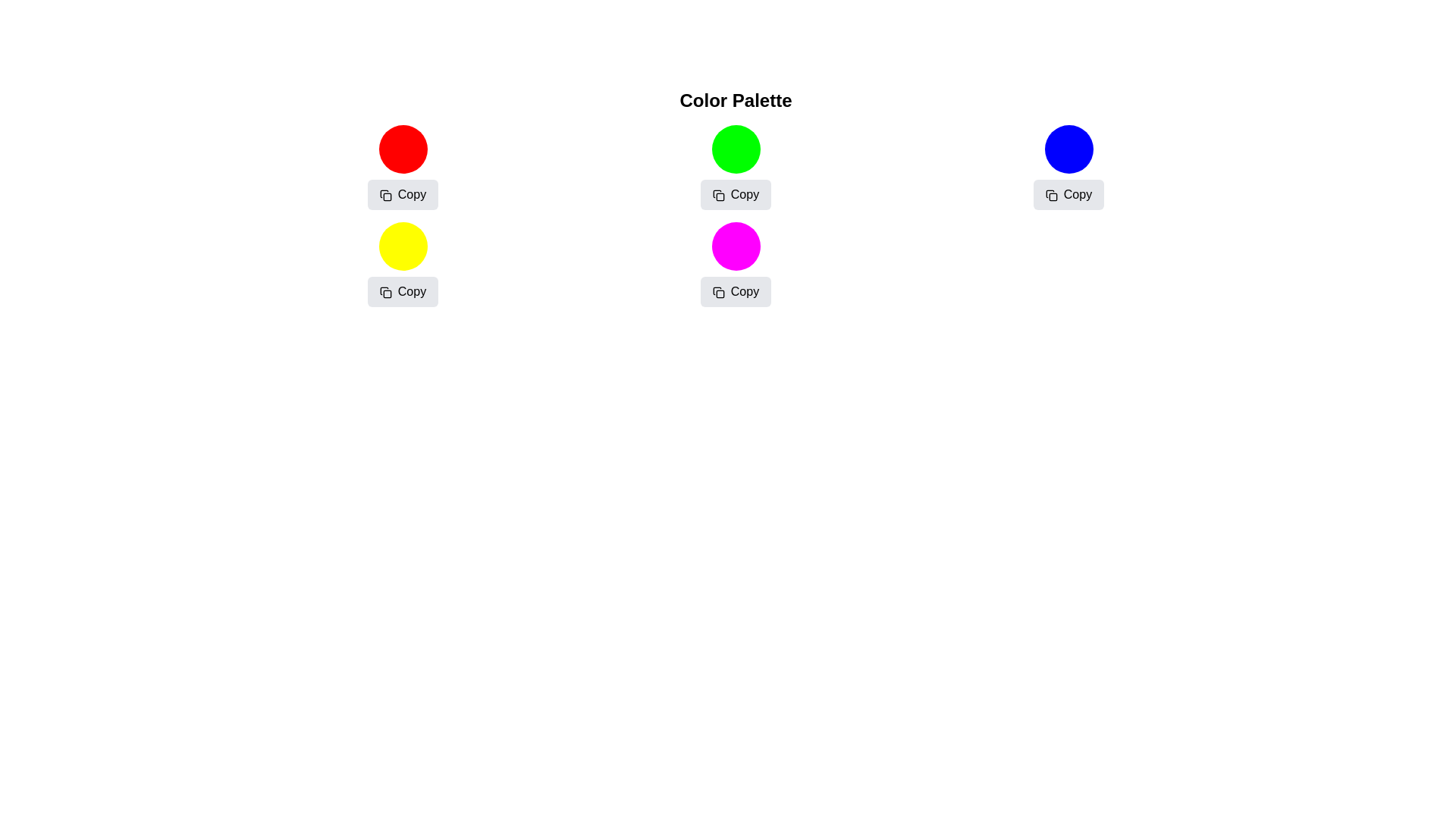 The width and height of the screenshot is (1456, 819). I want to click on the copy button located below the circular blue element, so click(1068, 194).